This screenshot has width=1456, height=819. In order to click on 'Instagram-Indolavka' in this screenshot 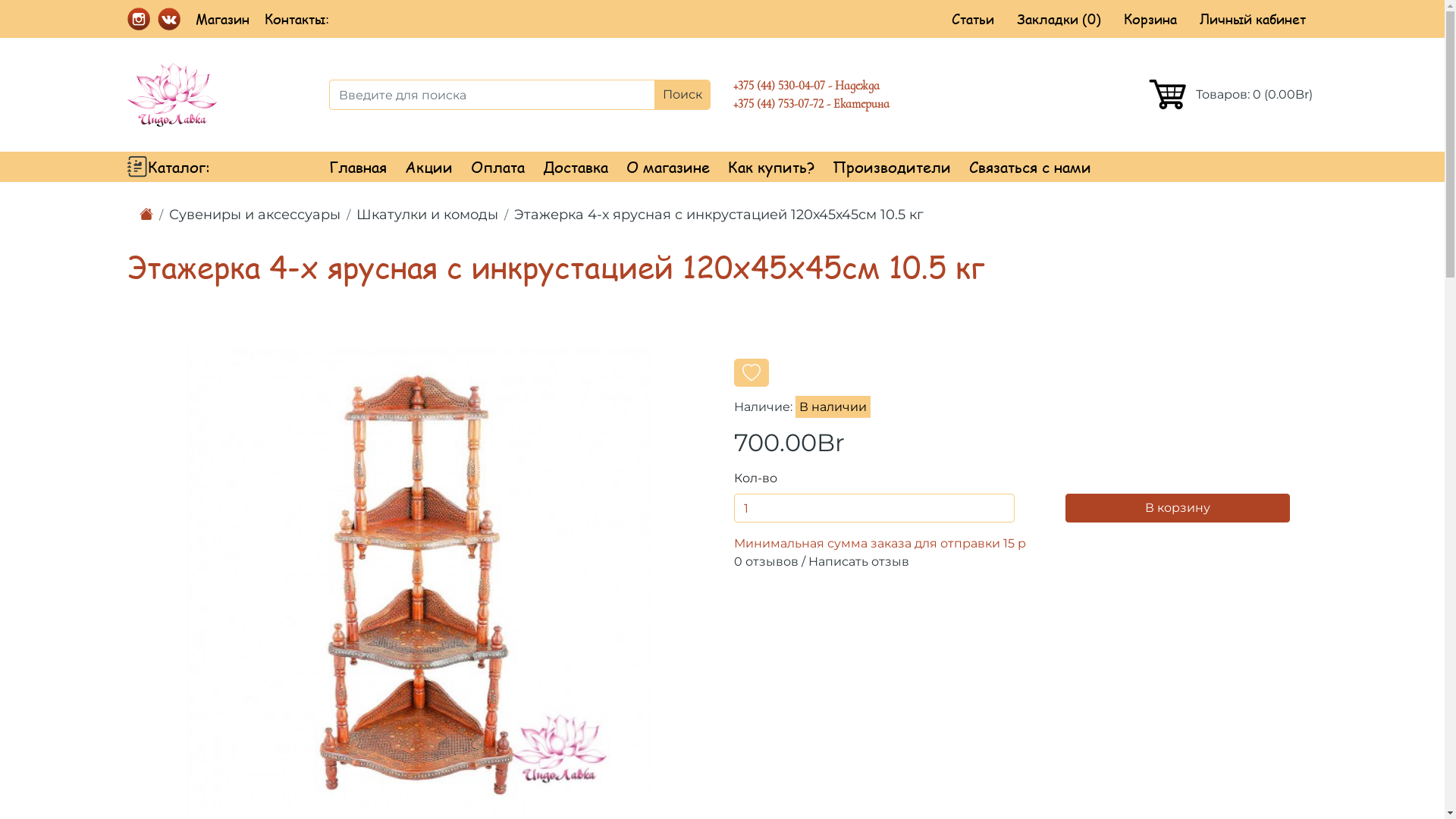, I will do `click(138, 17)`.